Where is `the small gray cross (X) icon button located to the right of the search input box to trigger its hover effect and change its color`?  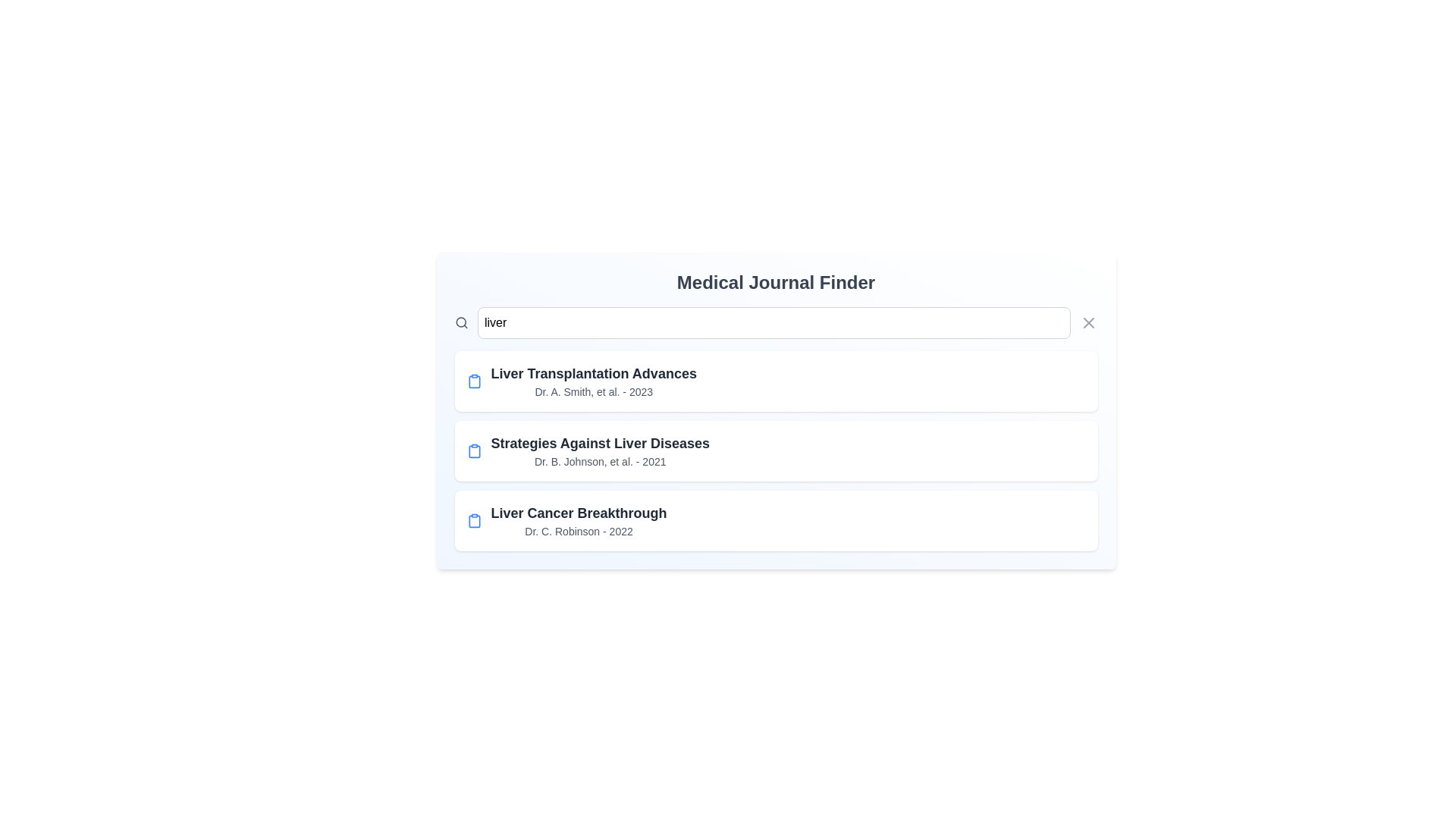 the small gray cross (X) icon button located to the right of the search input box to trigger its hover effect and change its color is located at coordinates (1087, 322).